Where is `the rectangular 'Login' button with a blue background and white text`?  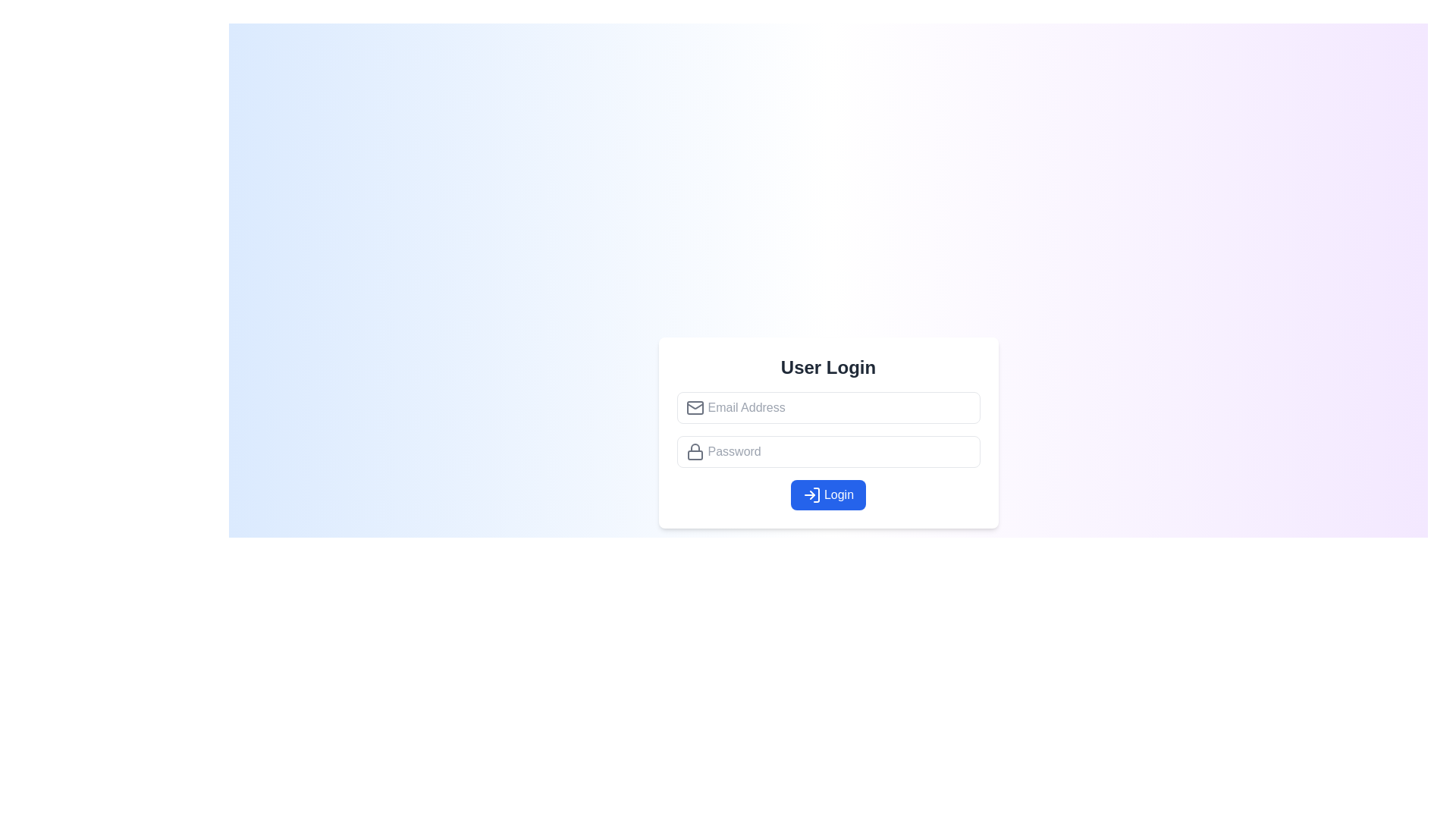
the rectangular 'Login' button with a blue background and white text is located at coordinates (827, 494).